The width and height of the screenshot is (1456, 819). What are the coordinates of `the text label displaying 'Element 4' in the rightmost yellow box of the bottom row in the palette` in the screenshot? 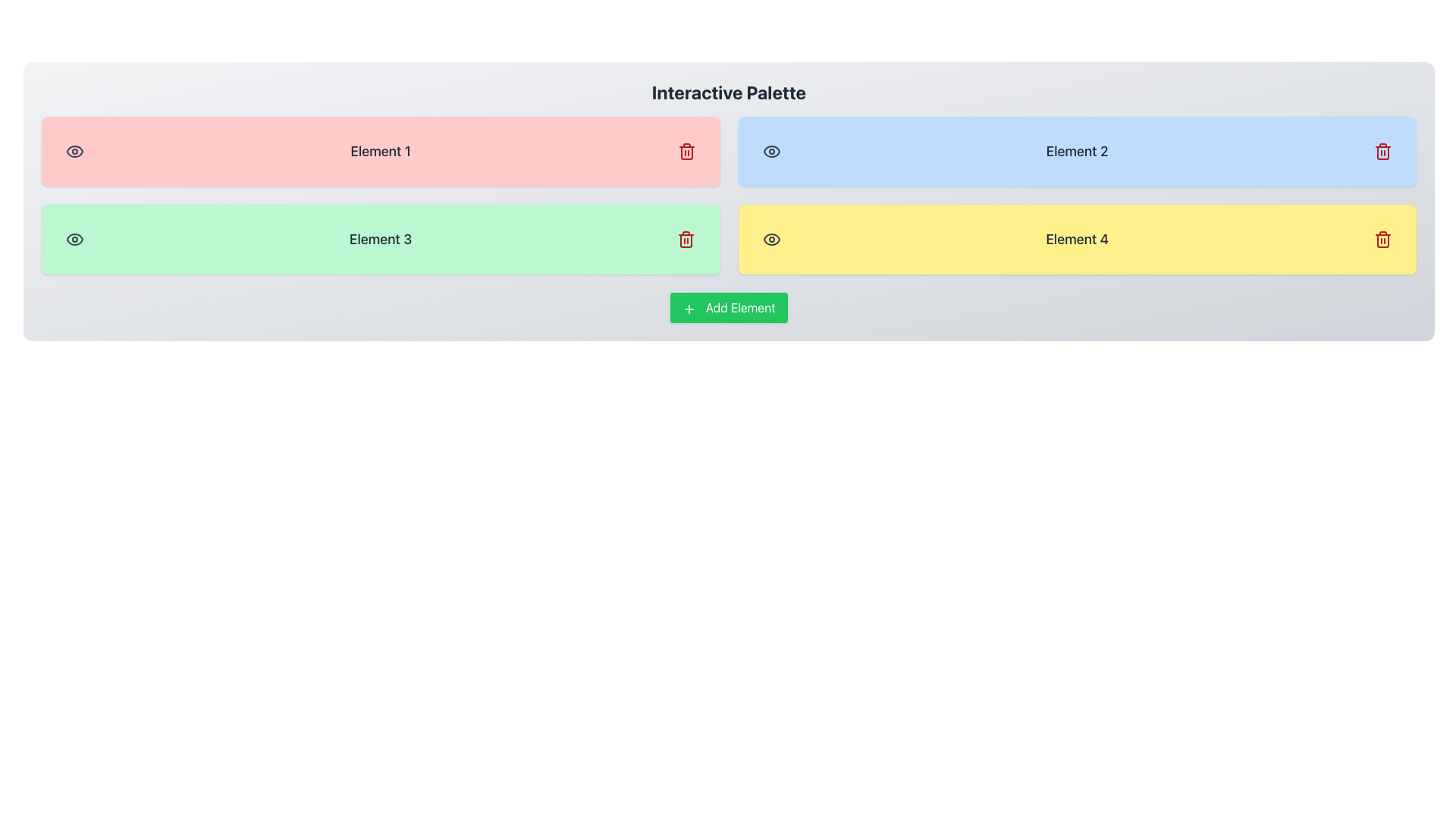 It's located at (1076, 239).